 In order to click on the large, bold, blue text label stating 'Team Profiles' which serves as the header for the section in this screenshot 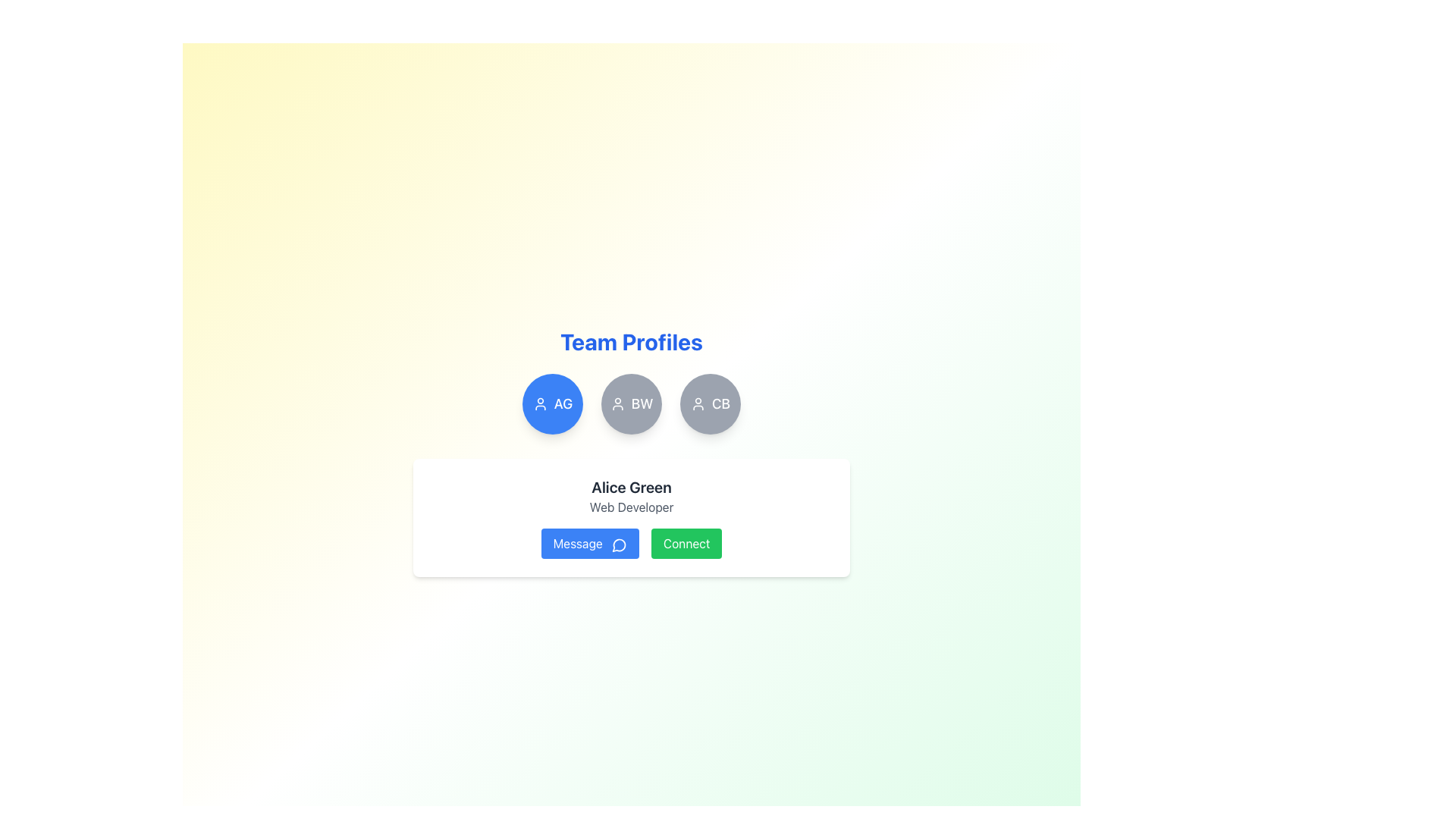, I will do `click(632, 342)`.